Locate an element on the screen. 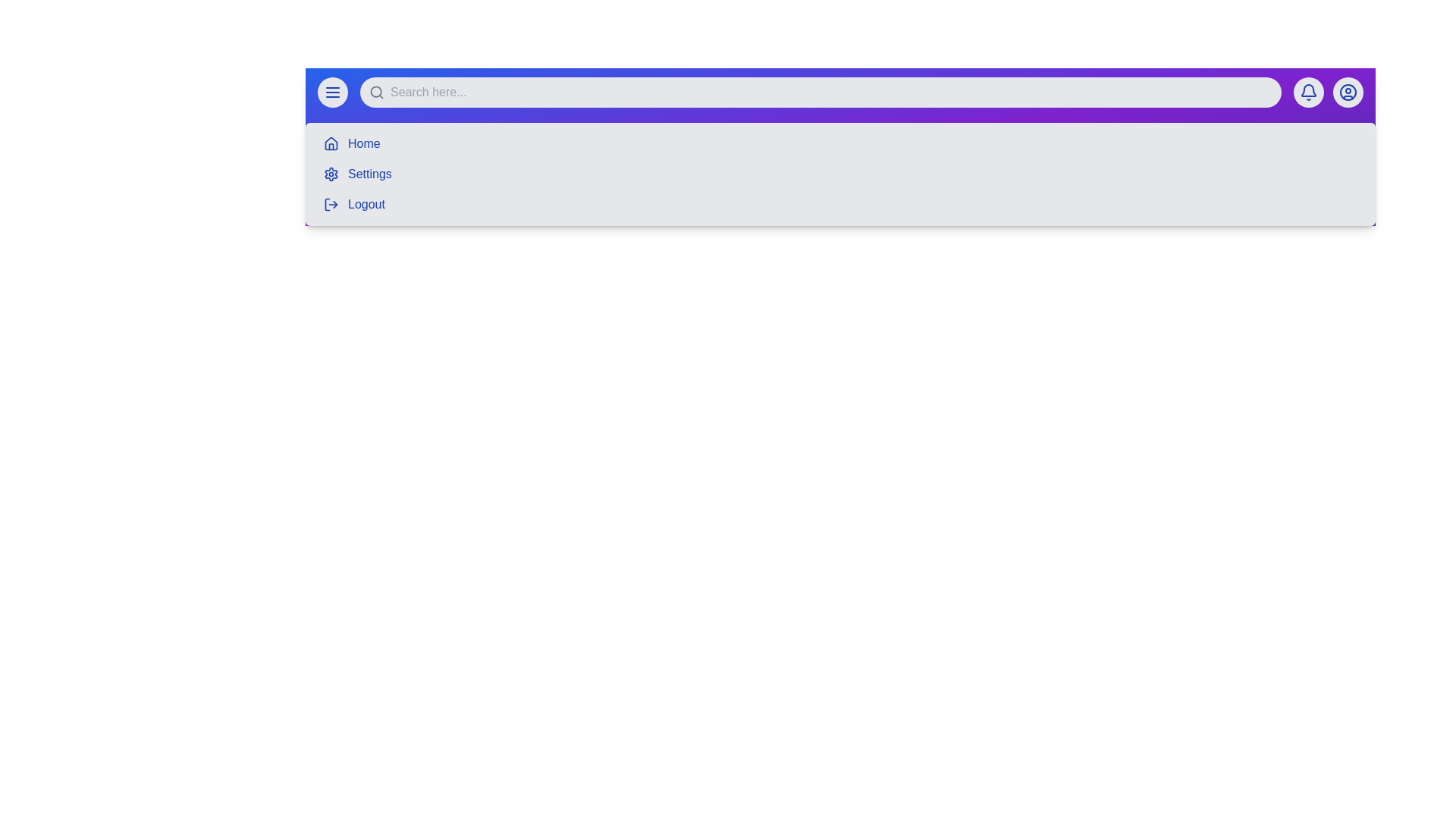 The width and height of the screenshot is (1456, 819). the menu item Settings from the navigation bar is located at coordinates (370, 174).